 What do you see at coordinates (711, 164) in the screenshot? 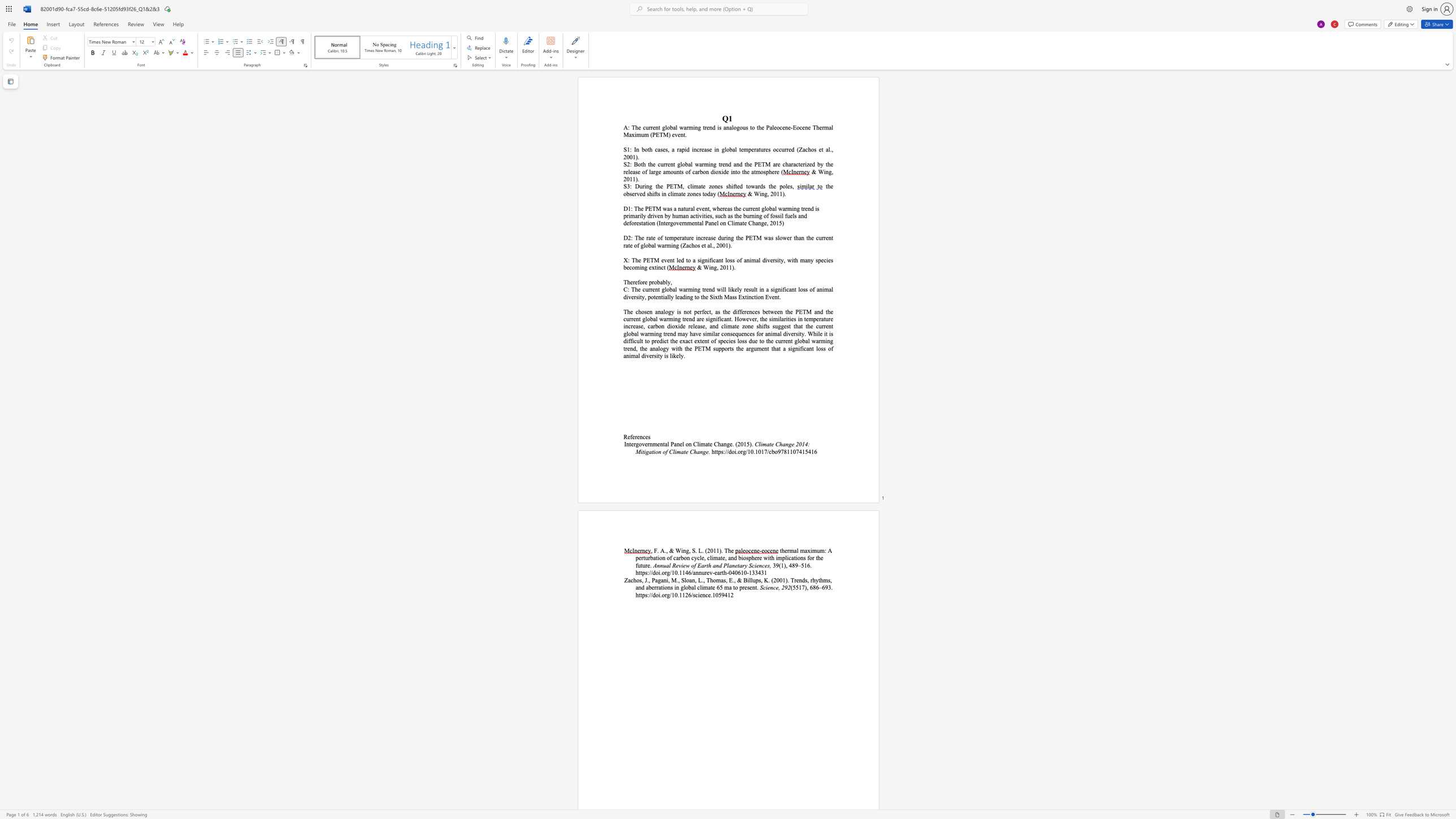
I see `the 2th character "n" in the text` at bounding box center [711, 164].